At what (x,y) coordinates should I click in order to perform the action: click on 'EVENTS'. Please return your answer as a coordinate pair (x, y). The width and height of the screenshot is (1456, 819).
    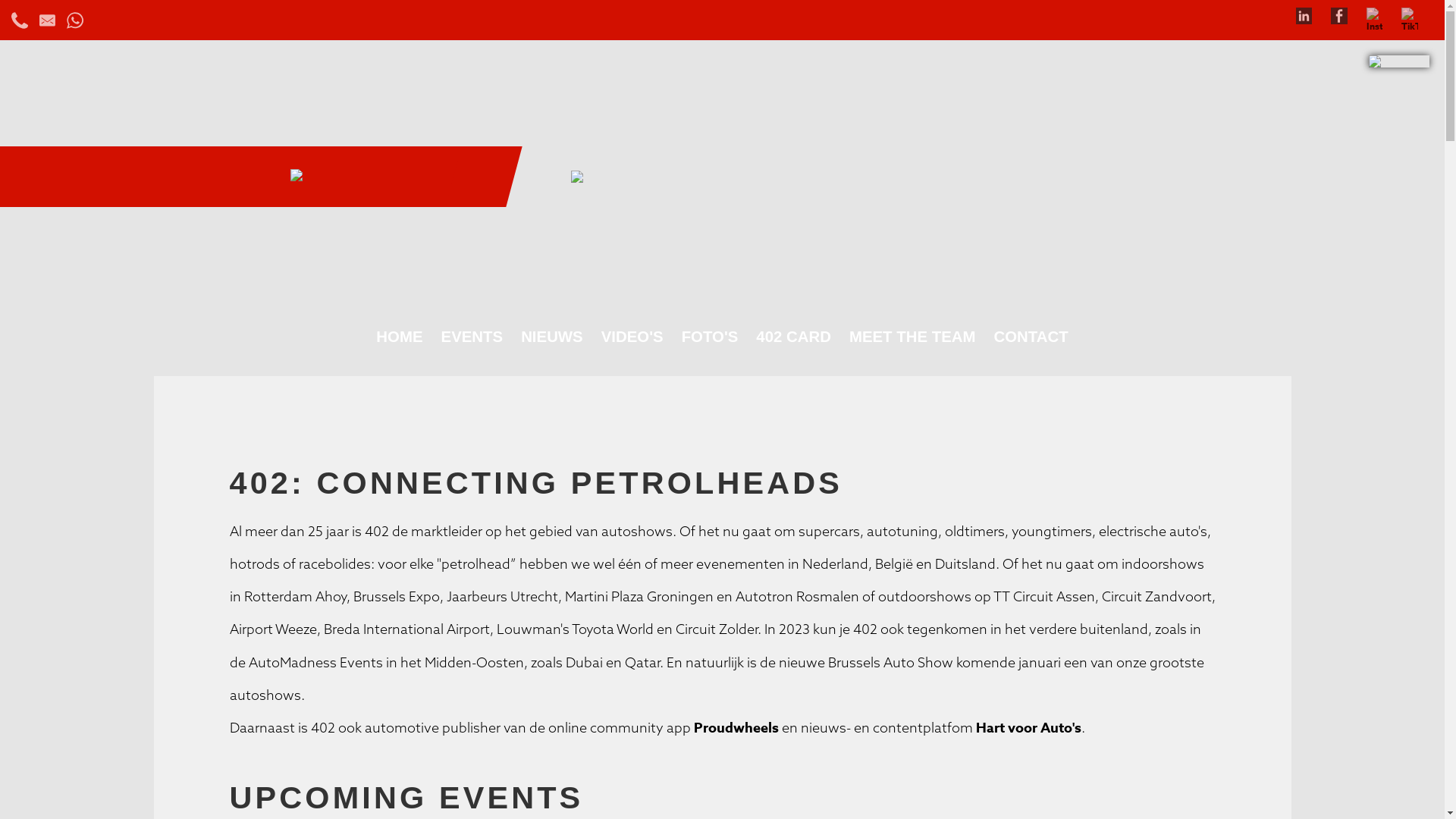
    Looking at the image, I should click on (472, 336).